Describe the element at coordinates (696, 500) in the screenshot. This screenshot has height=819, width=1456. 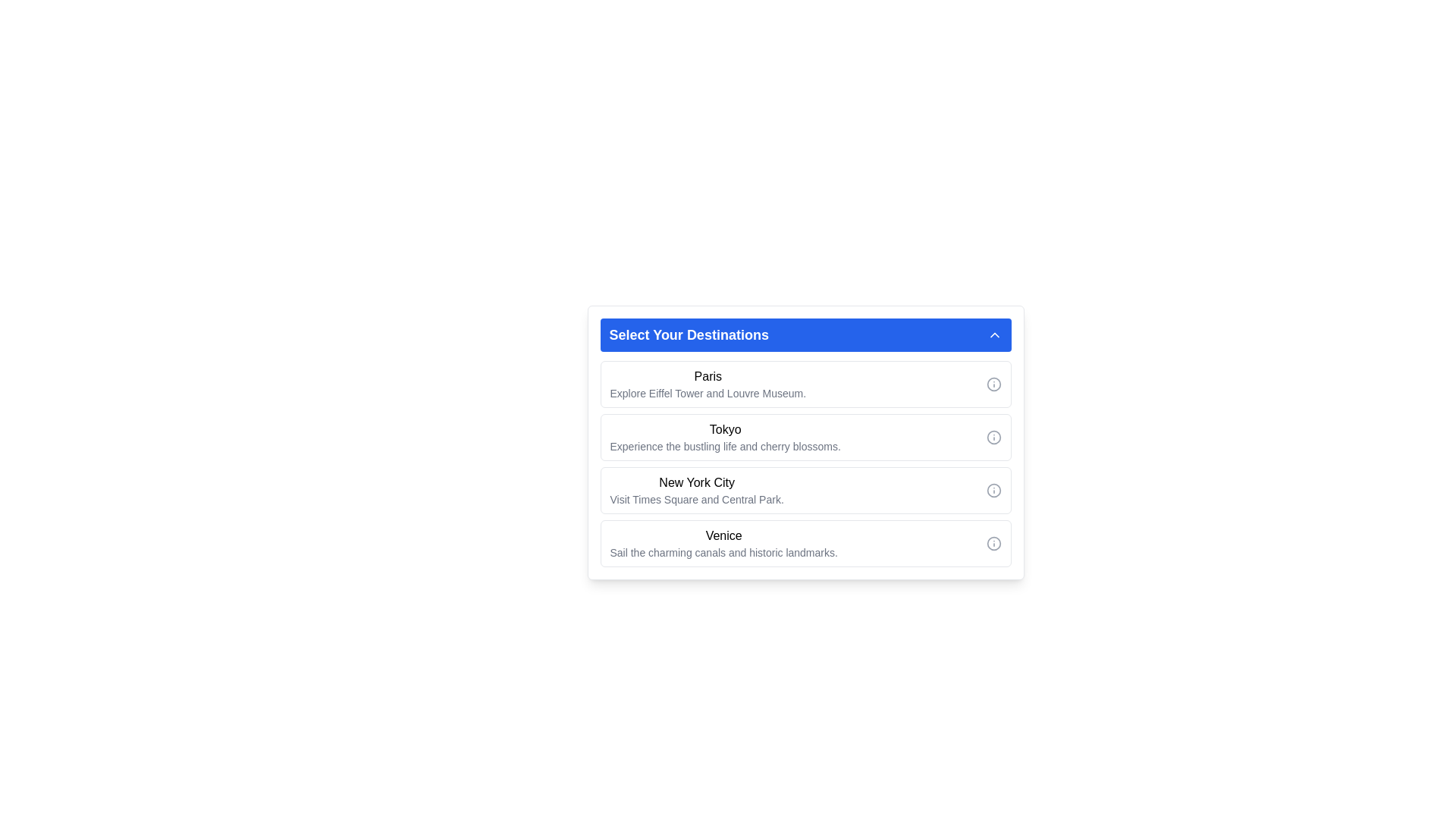
I see `the text element reading 'Visit Times Square and Central Park.' which is styled in a smaller gray font and positioned below the title 'New York City'` at that location.